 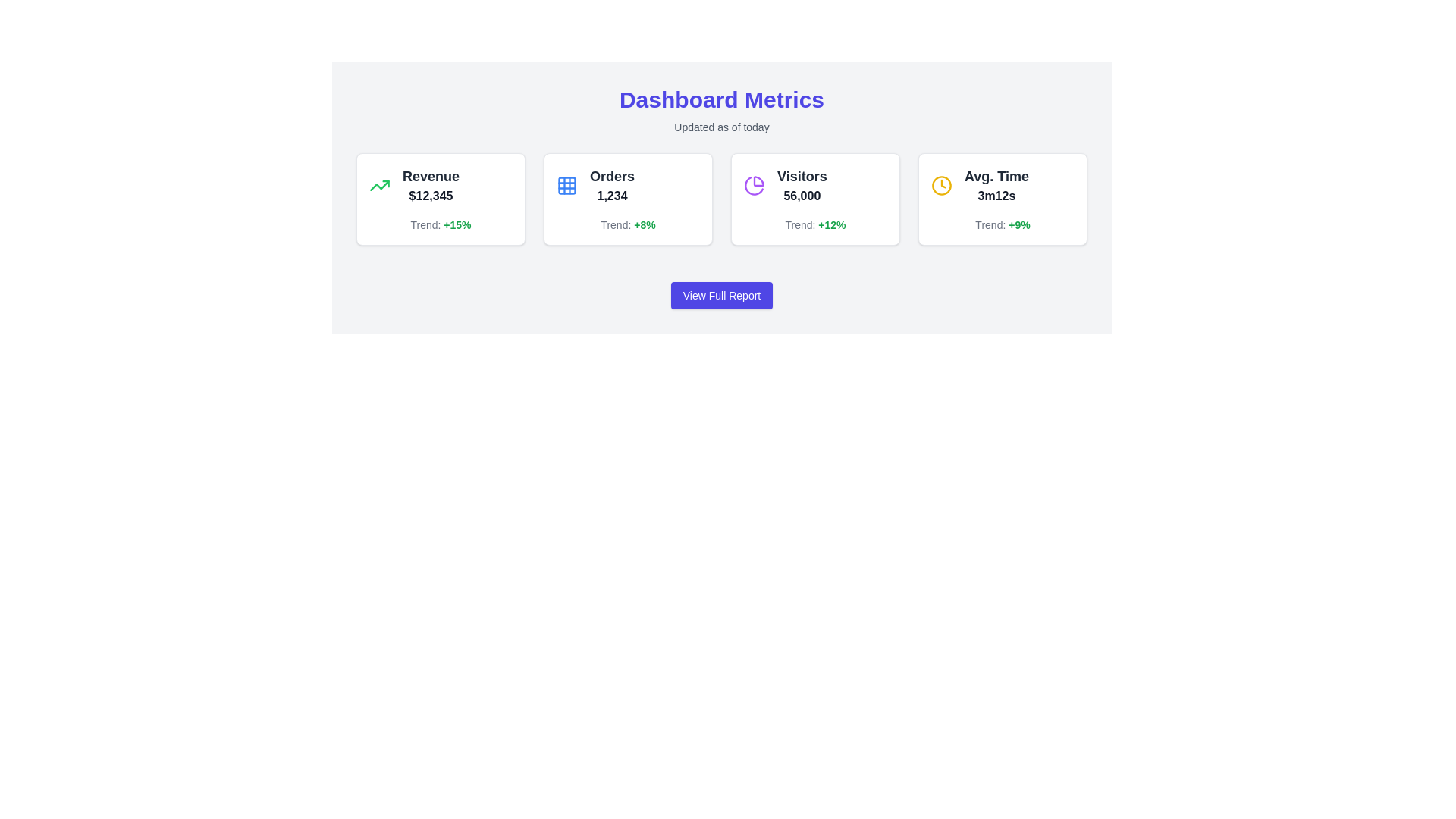 What do you see at coordinates (430, 185) in the screenshot?
I see `the revenue metric text element displayed on the upper portion of the leftmost card in the dashboard` at bounding box center [430, 185].